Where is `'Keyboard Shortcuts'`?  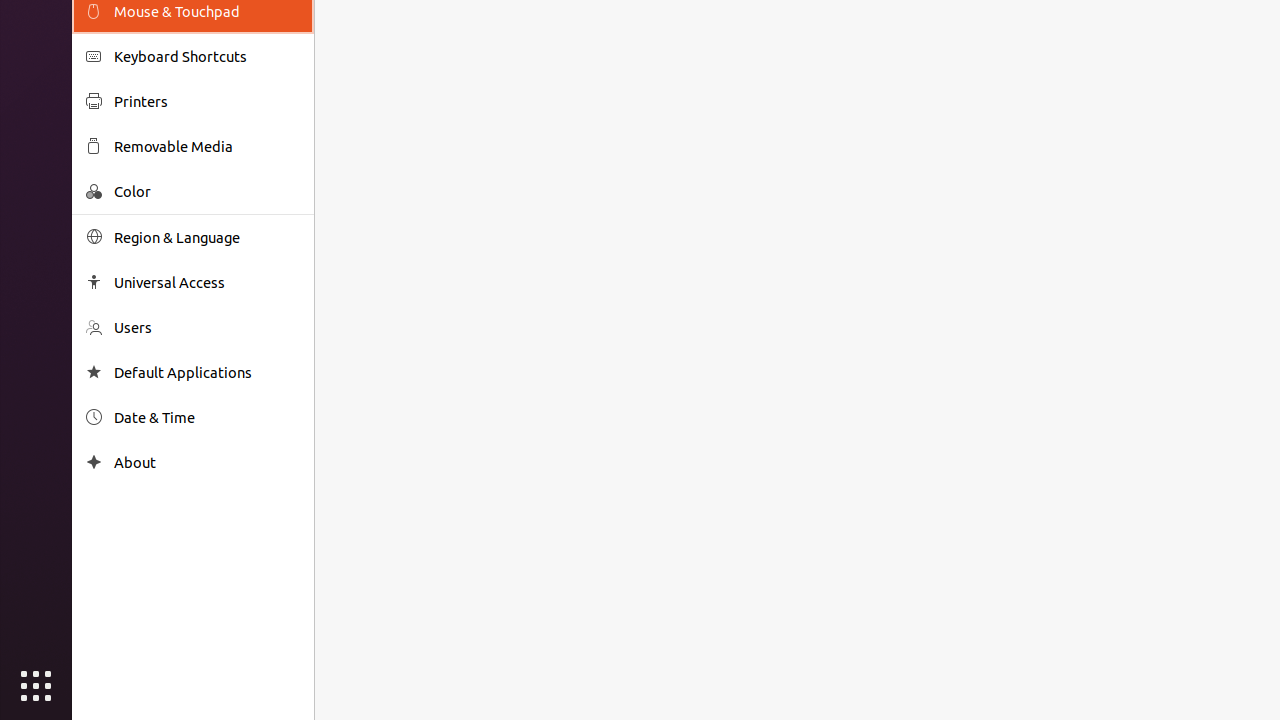 'Keyboard Shortcuts' is located at coordinates (206, 55).